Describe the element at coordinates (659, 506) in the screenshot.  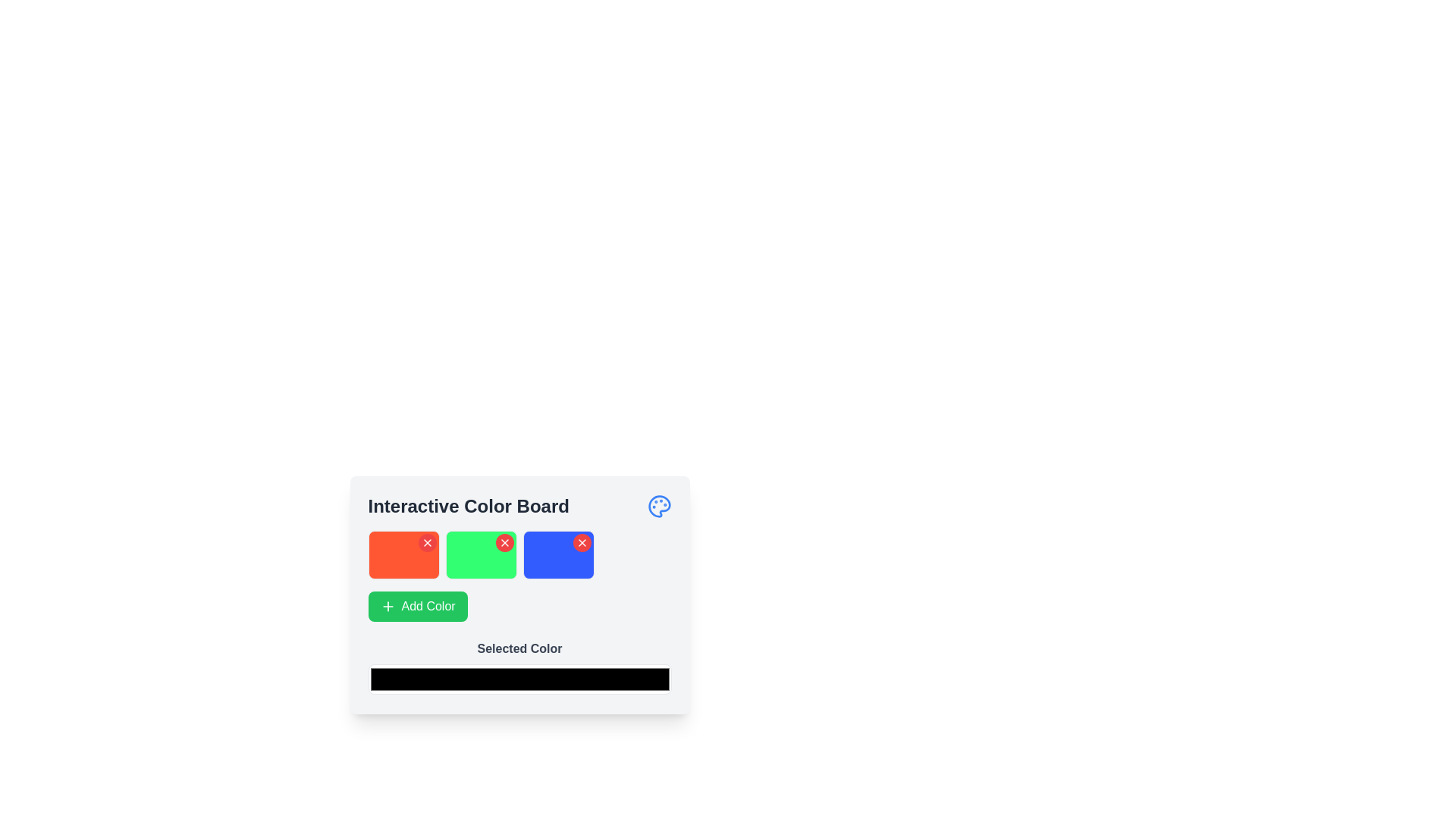
I see `the decorative icon associated with the 'Interactive Color Board' located at the top-right corner of the header` at that location.